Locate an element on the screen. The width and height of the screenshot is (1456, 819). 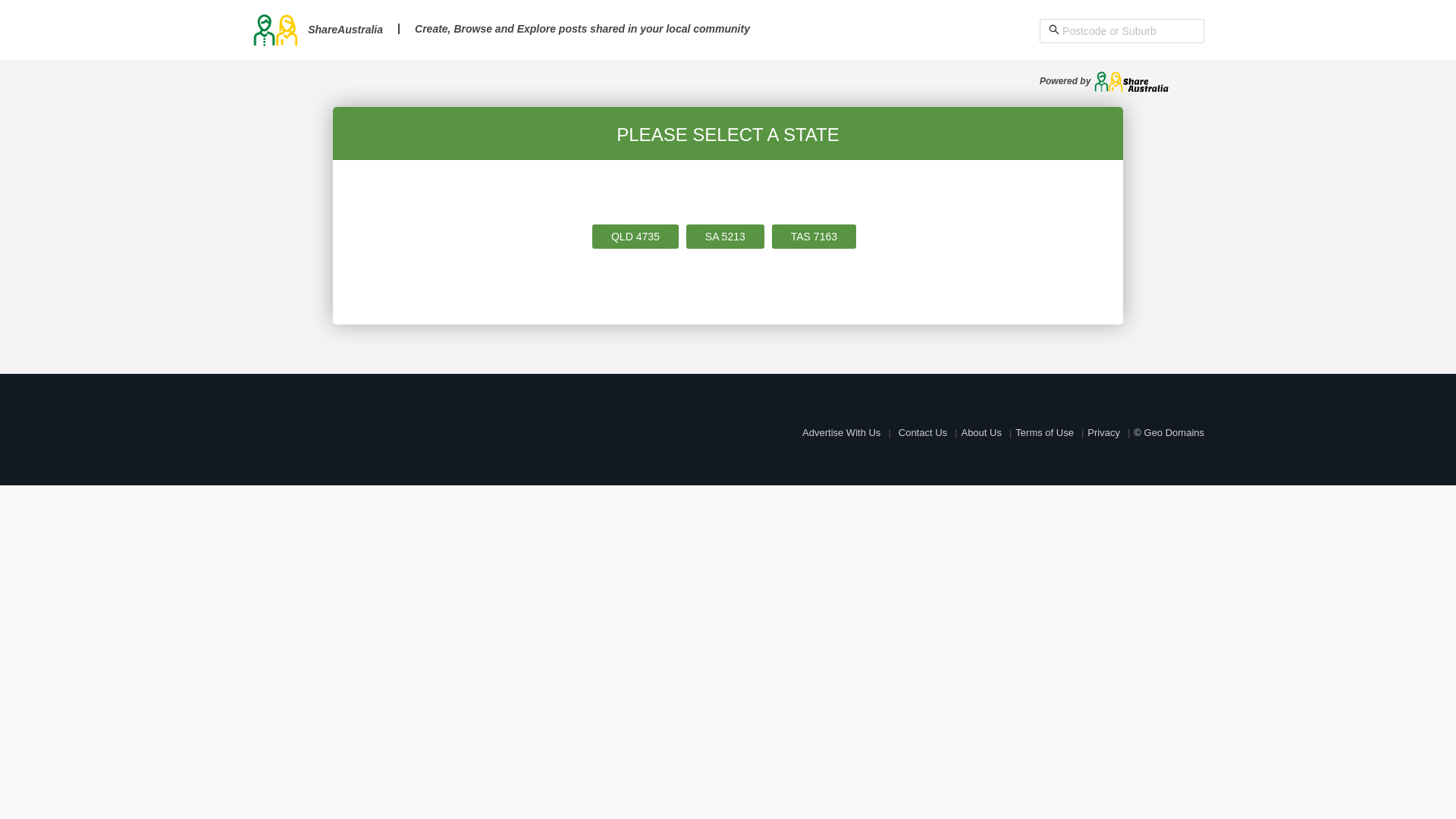
'QLD 4735' is located at coordinates (635, 237).